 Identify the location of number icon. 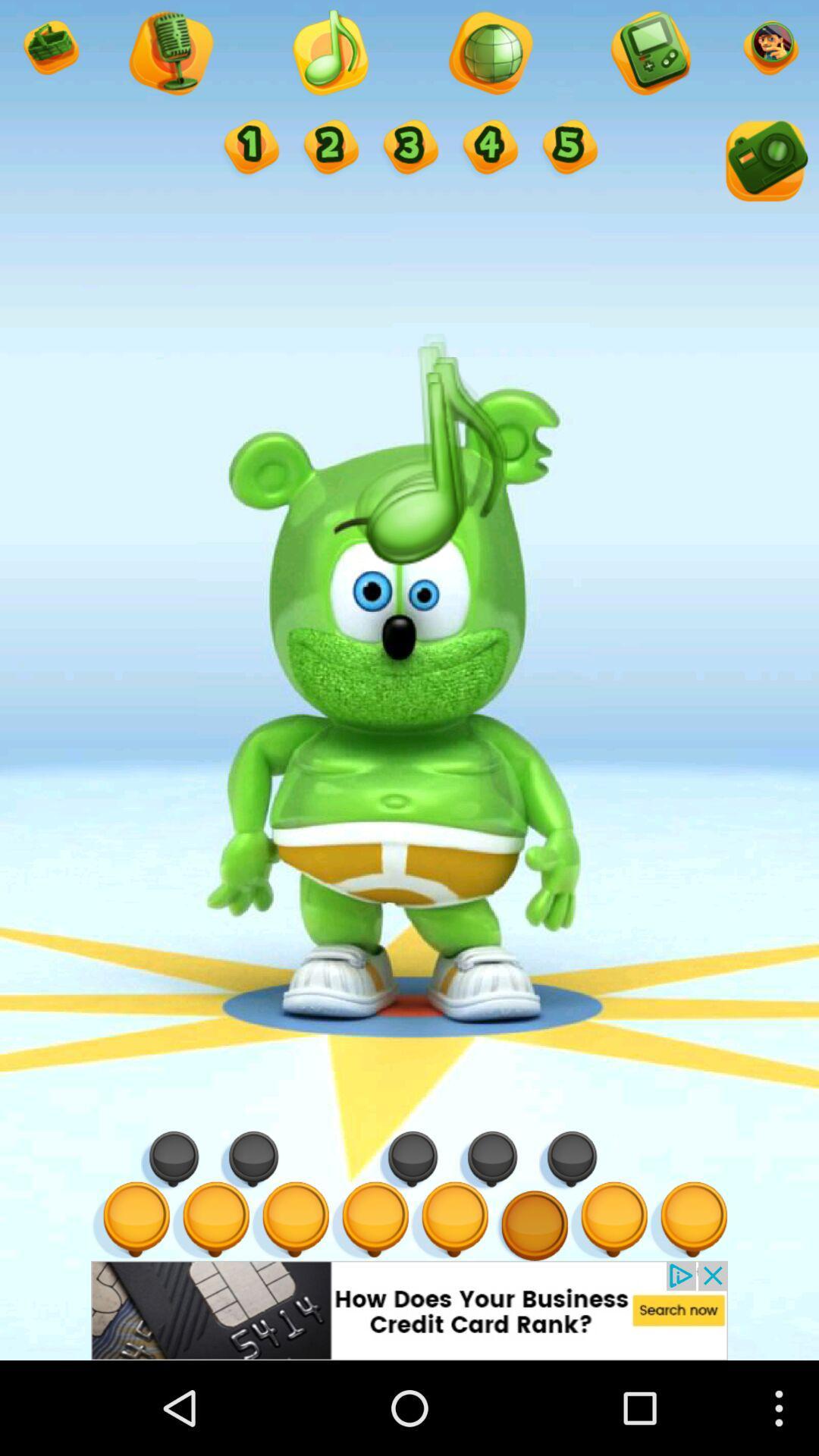
(249, 149).